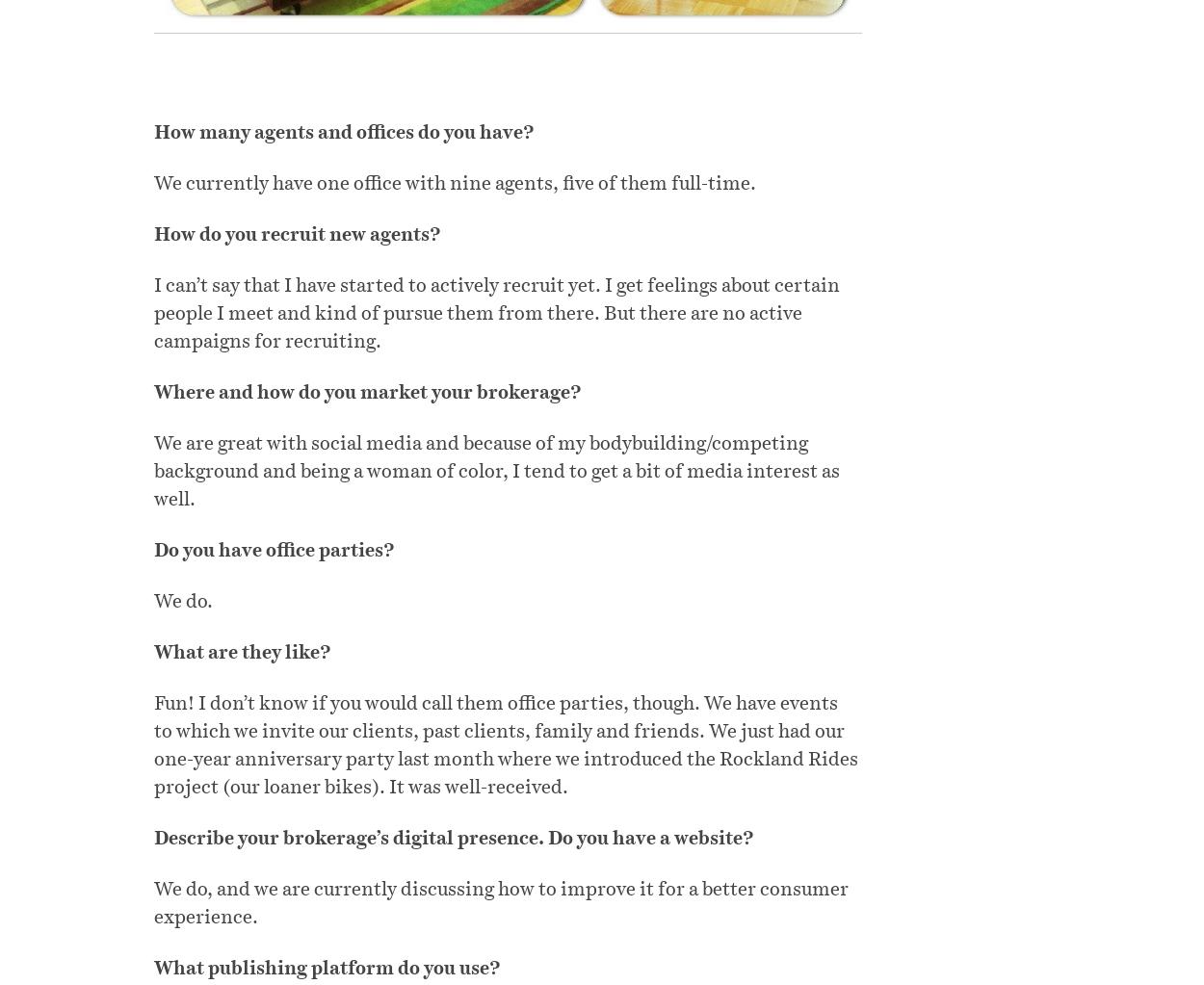 The width and height of the screenshot is (1204, 985). I want to click on 'We do, and we are currently discussing how to improve it for a better consumer experience.', so click(501, 901).